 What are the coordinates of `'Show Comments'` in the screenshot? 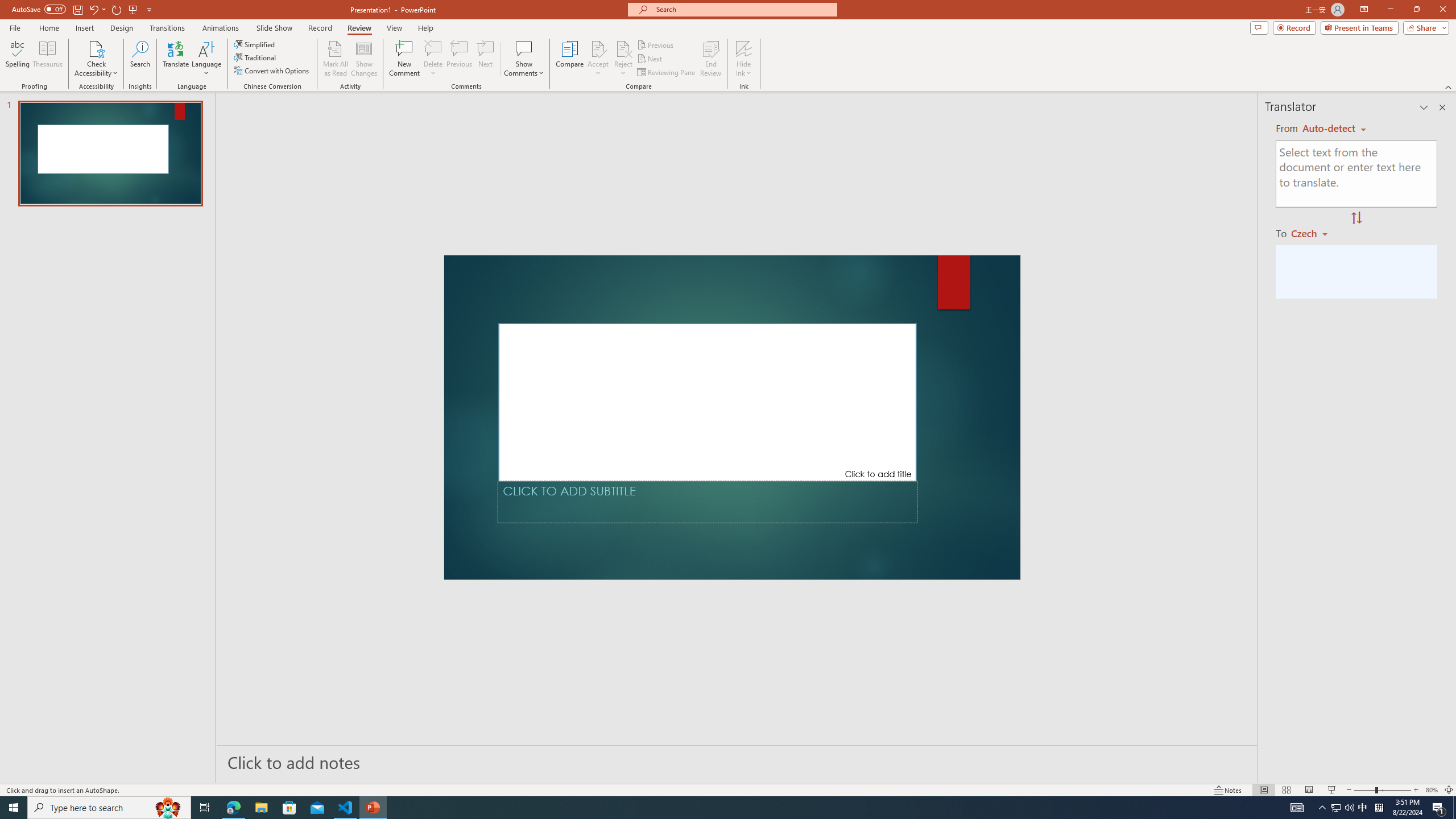 It's located at (524, 48).